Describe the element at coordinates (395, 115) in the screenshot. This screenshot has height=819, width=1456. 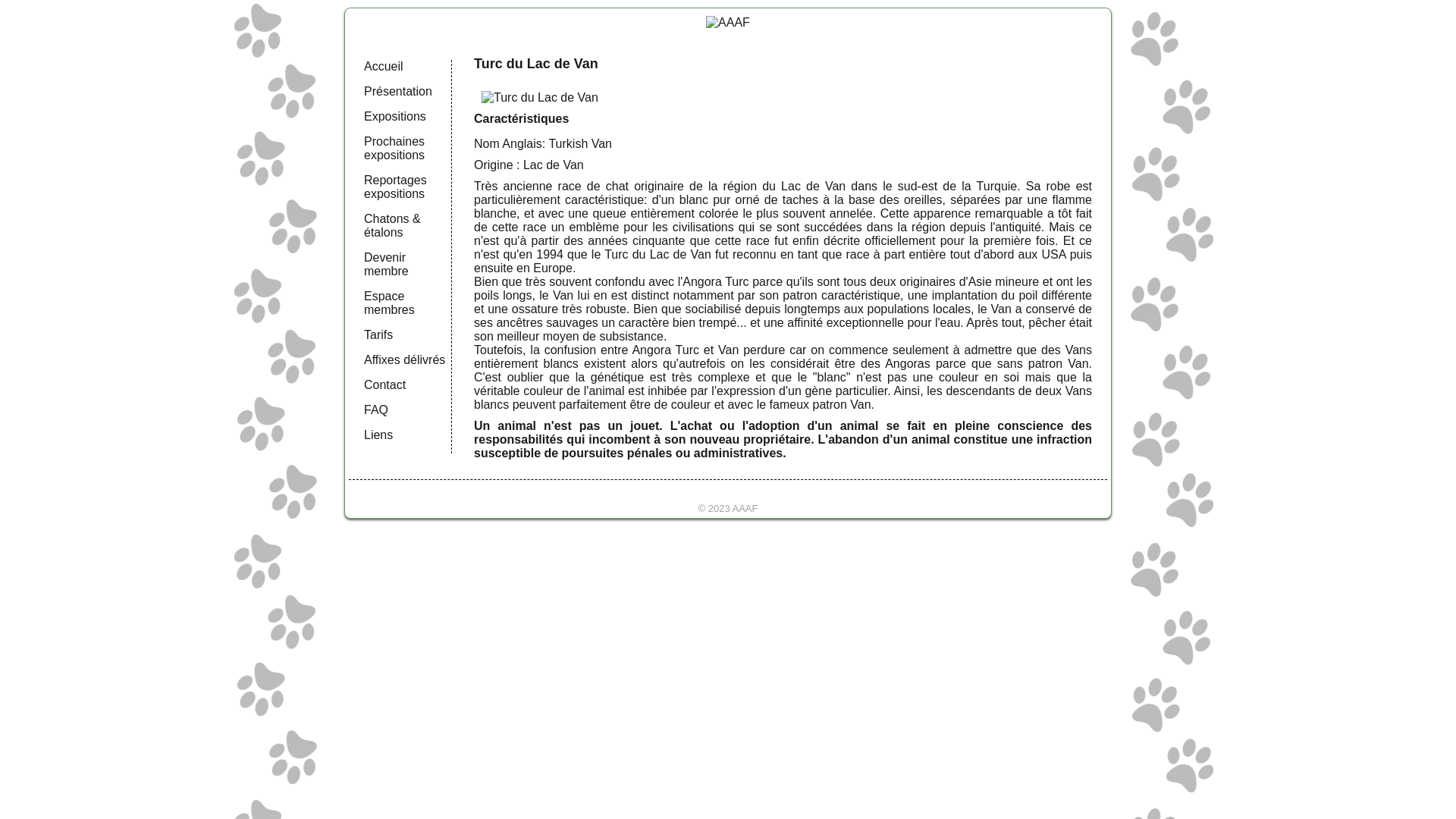
I see `'Expositions'` at that location.